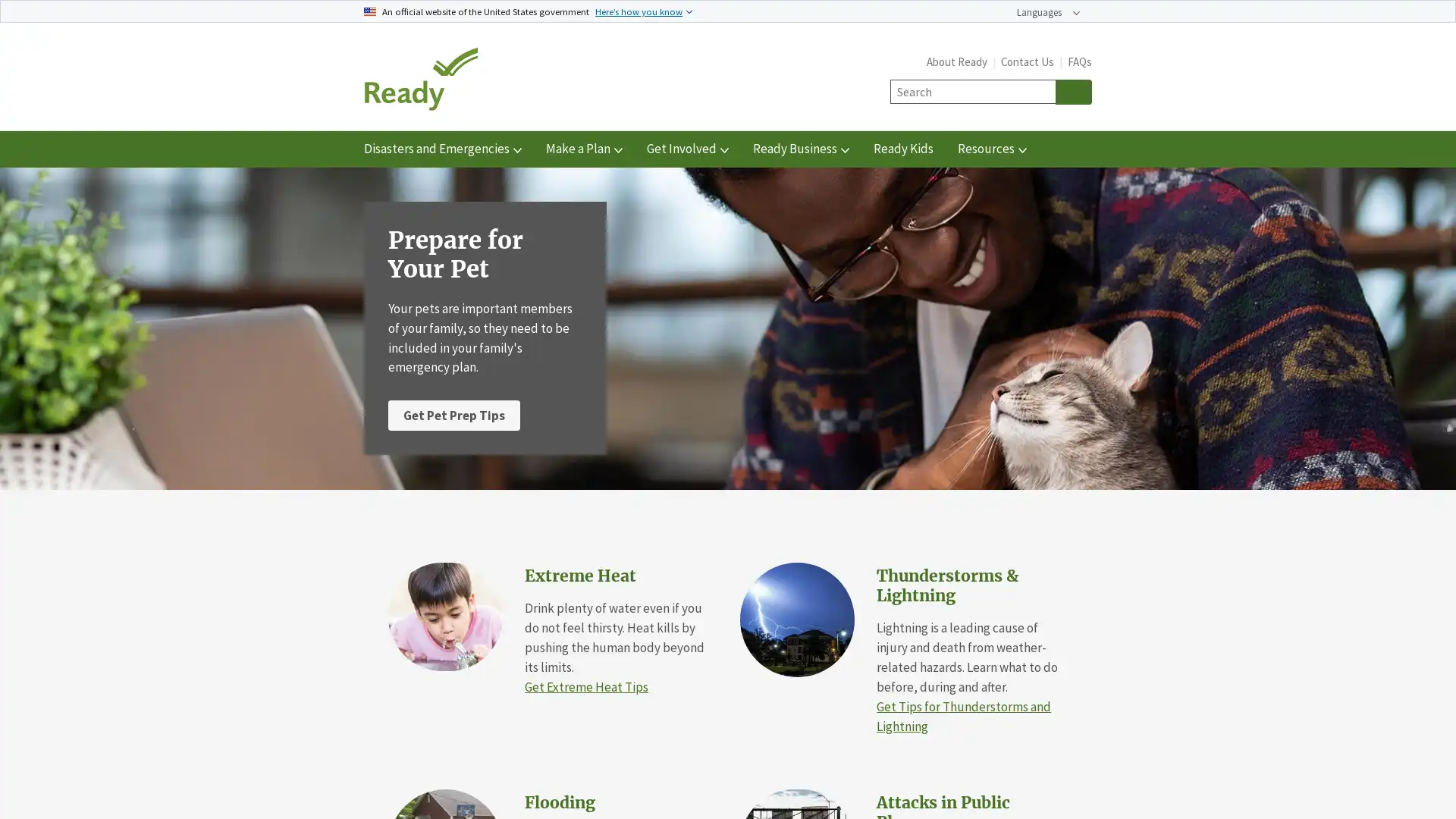 The image size is (1456, 819). I want to click on Make a Plan, so click(583, 149).